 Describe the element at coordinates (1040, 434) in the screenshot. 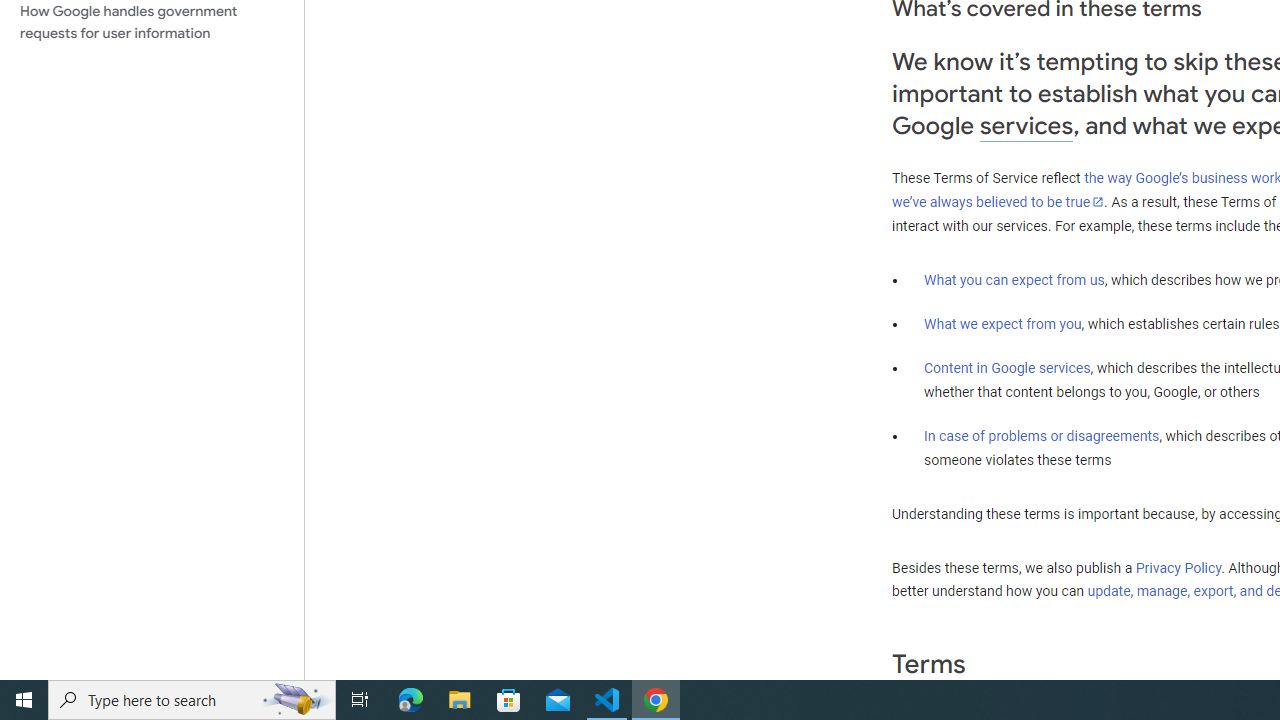

I see `'In case of problems or disagreements'` at that location.